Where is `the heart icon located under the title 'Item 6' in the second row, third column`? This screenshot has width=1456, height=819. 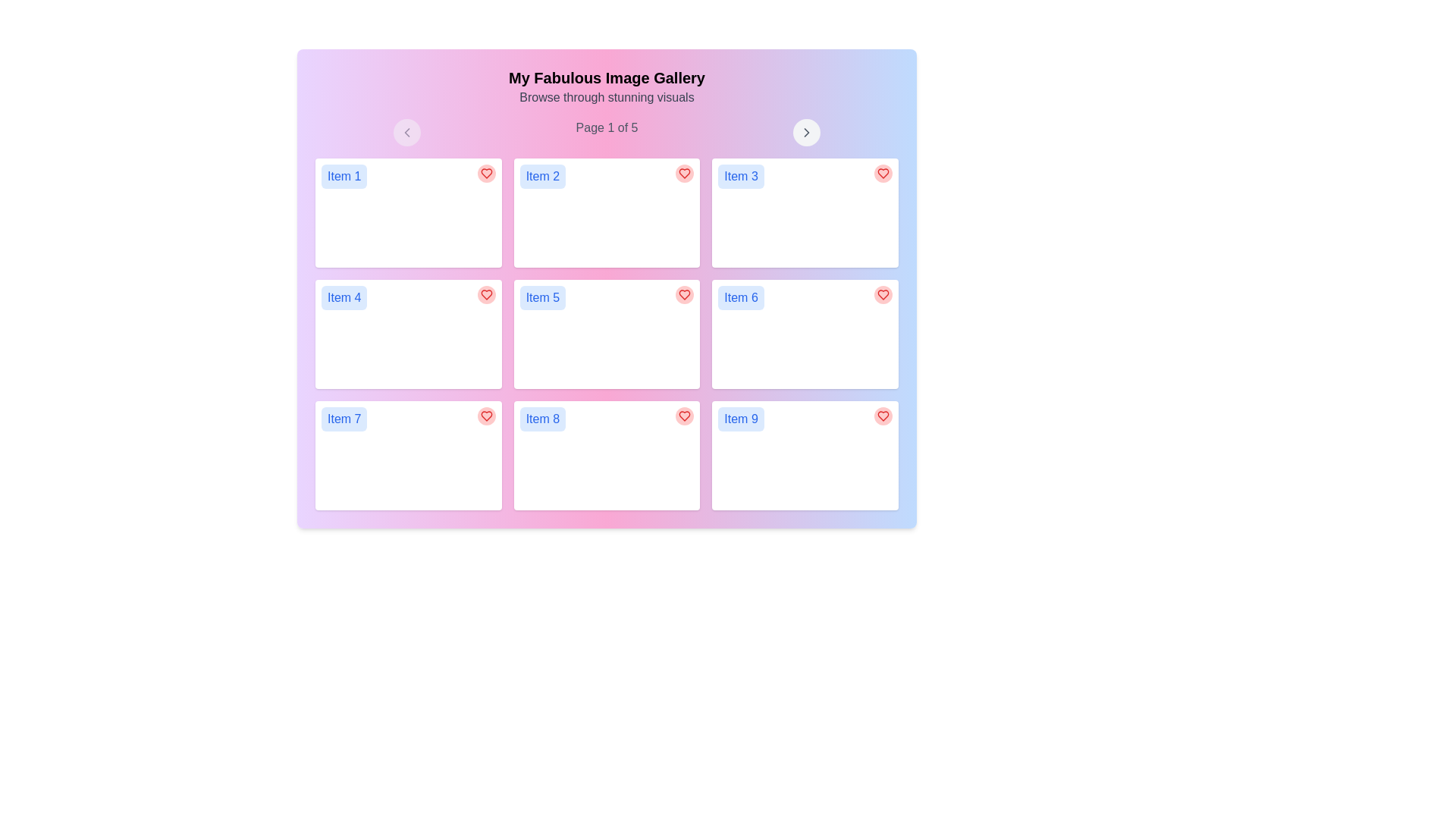
the heart icon located under the title 'Item 6' in the second row, third column is located at coordinates (883, 295).